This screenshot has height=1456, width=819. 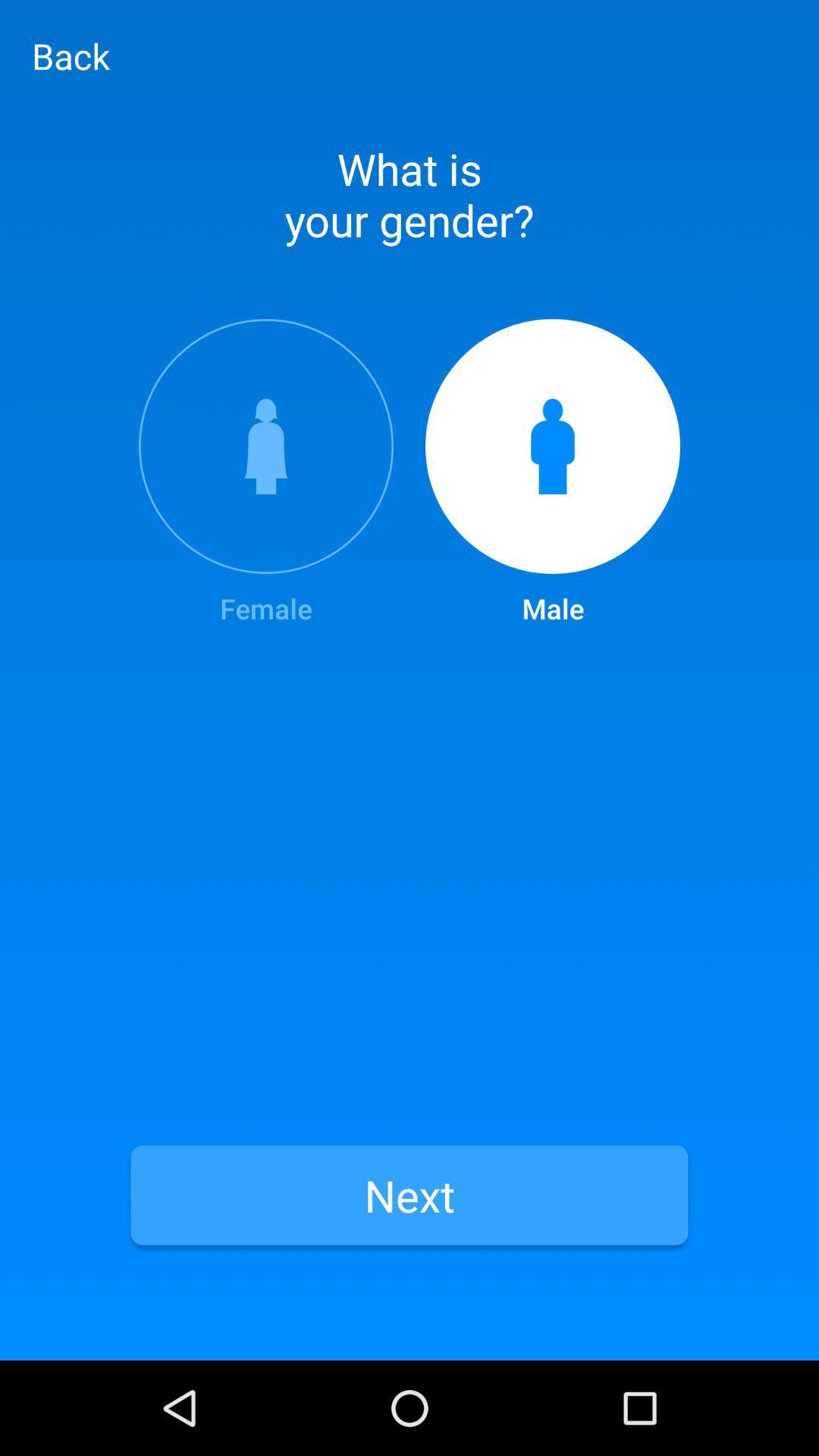 I want to click on the item at the top right corner, so click(x=553, y=472).